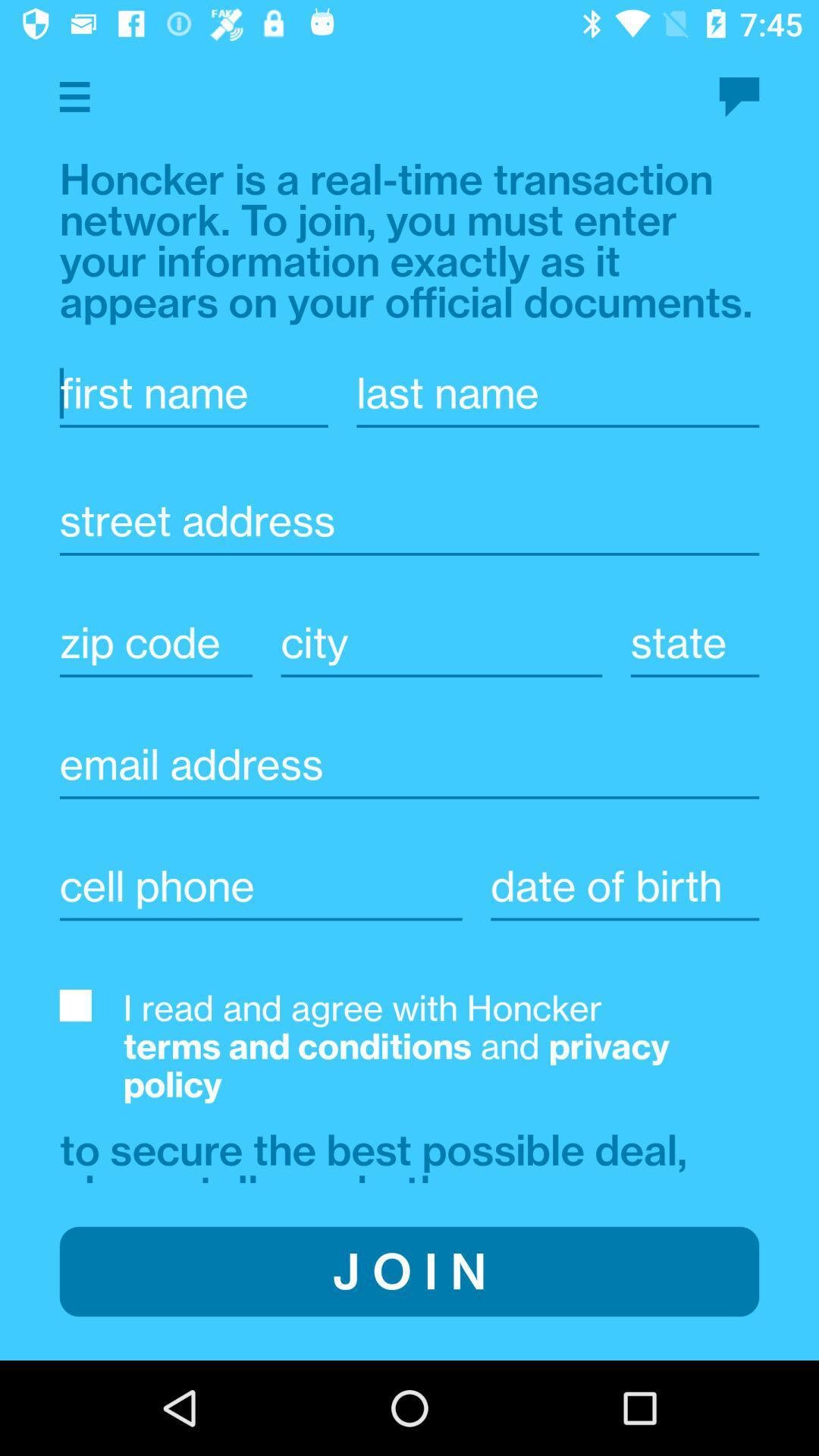 The width and height of the screenshot is (819, 1456). I want to click on type date of birth, so click(625, 886).